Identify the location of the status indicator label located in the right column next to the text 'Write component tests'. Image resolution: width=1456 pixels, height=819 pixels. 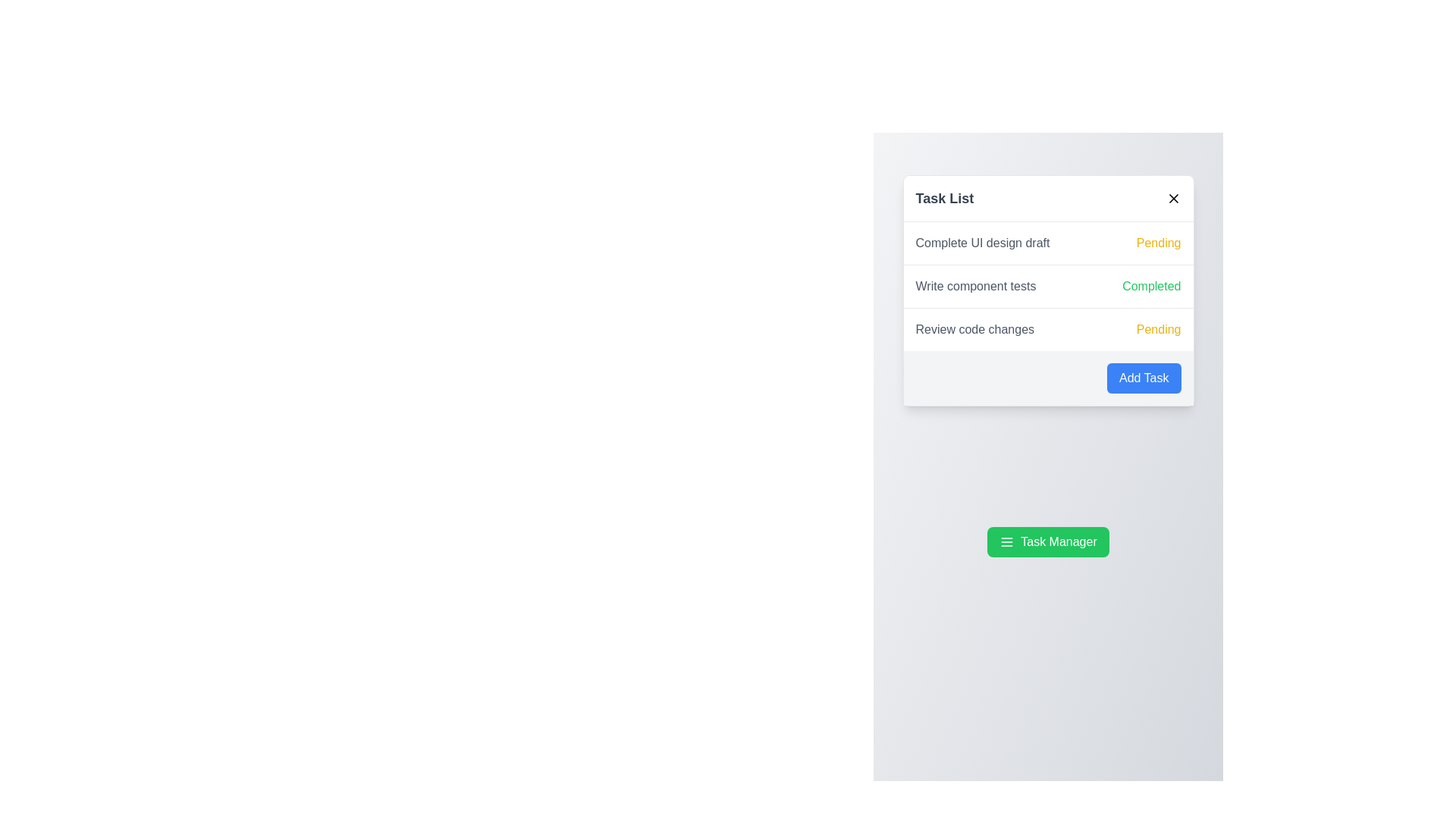
(1151, 287).